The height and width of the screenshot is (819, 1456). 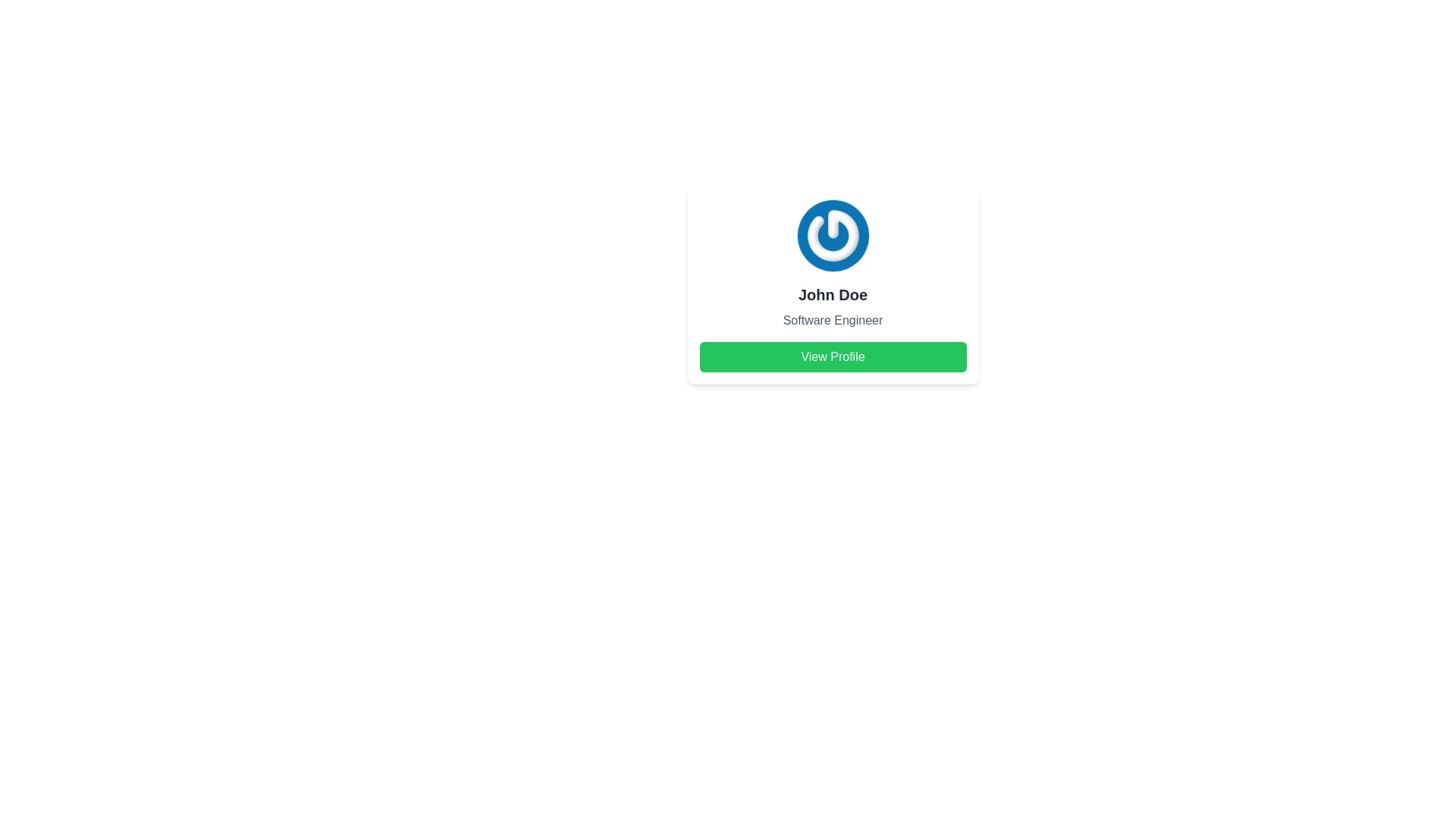 What do you see at coordinates (832, 286) in the screenshot?
I see `the user profile card that displays the user's avatar, name, and role, with a 'View Profile' button at the bottom` at bounding box center [832, 286].